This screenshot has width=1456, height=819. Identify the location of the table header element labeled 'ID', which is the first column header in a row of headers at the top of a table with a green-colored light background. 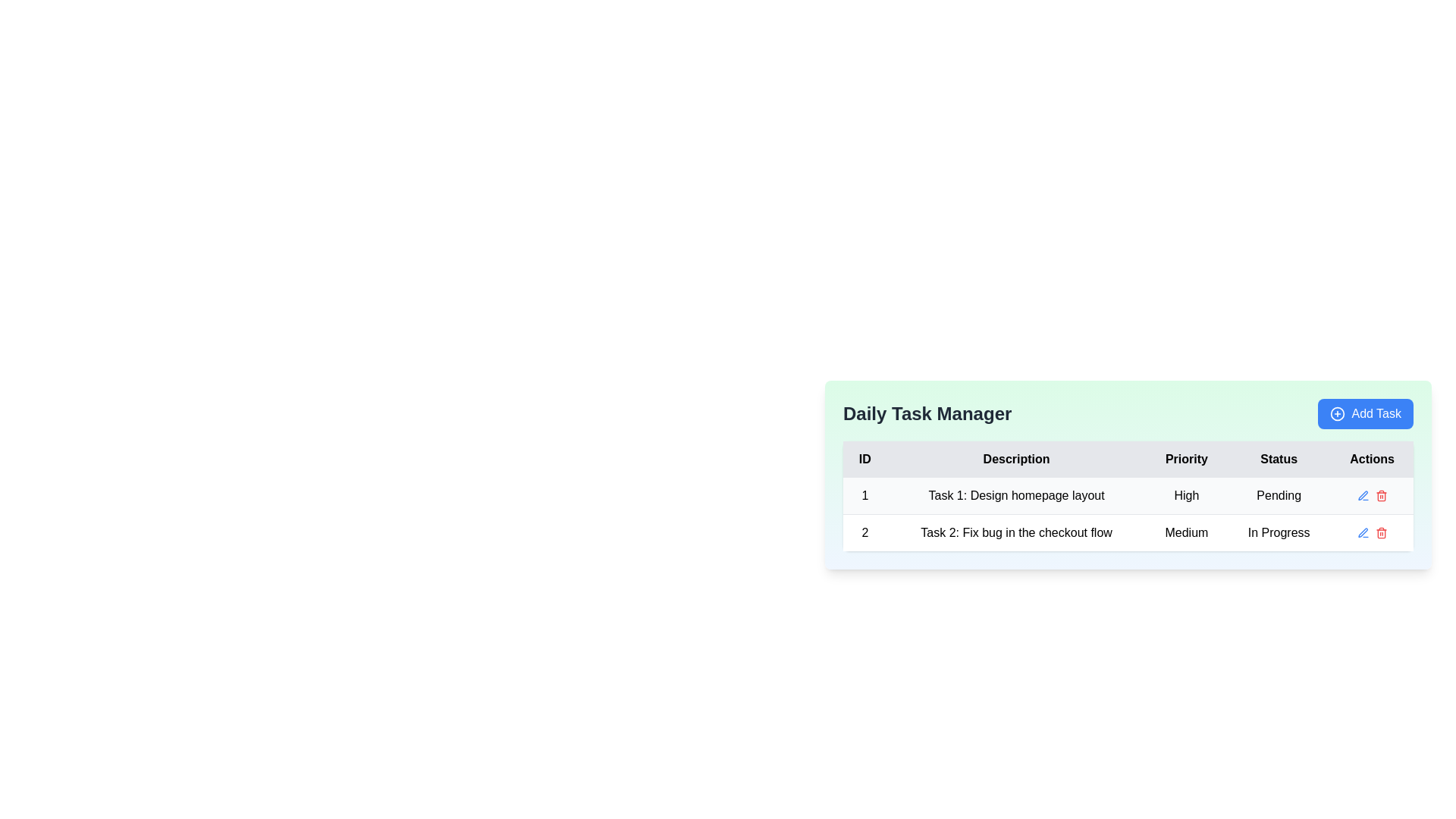
(864, 458).